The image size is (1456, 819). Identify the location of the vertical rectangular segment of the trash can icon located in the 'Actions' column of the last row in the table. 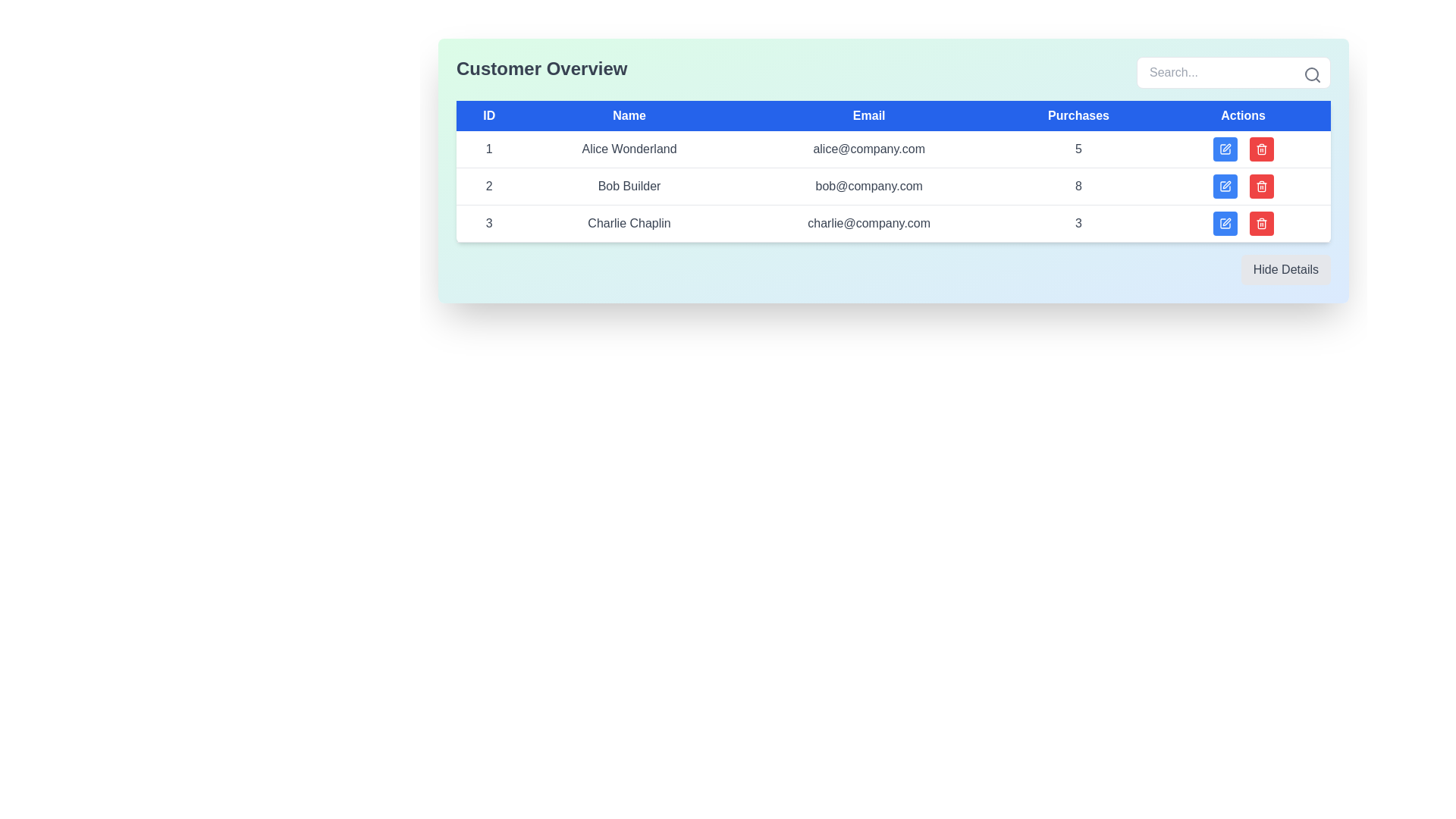
(1261, 187).